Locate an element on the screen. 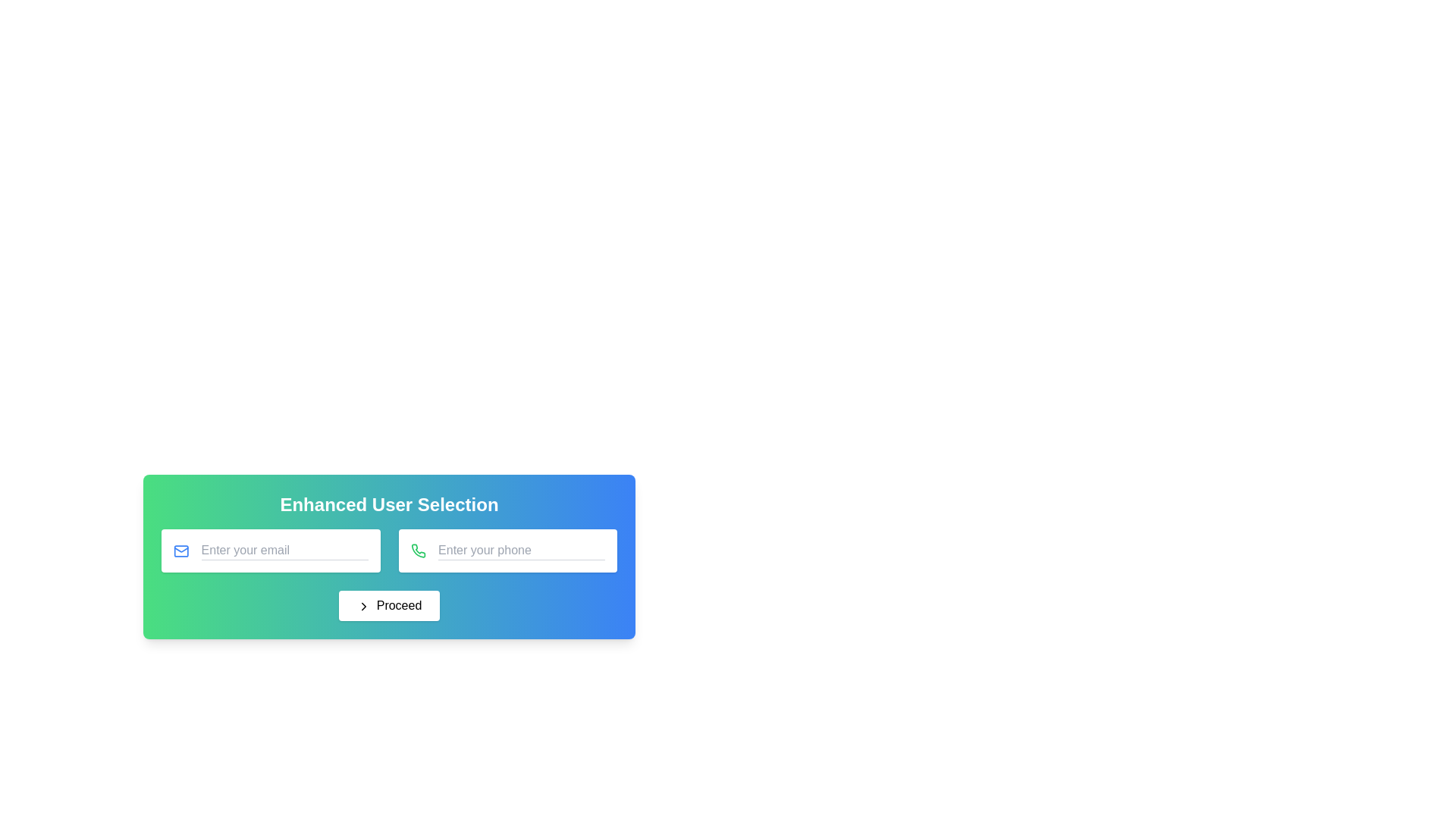 The width and height of the screenshot is (1456, 819). the green phone icon located in the top-right corner of the phone number input bar is located at coordinates (418, 551).